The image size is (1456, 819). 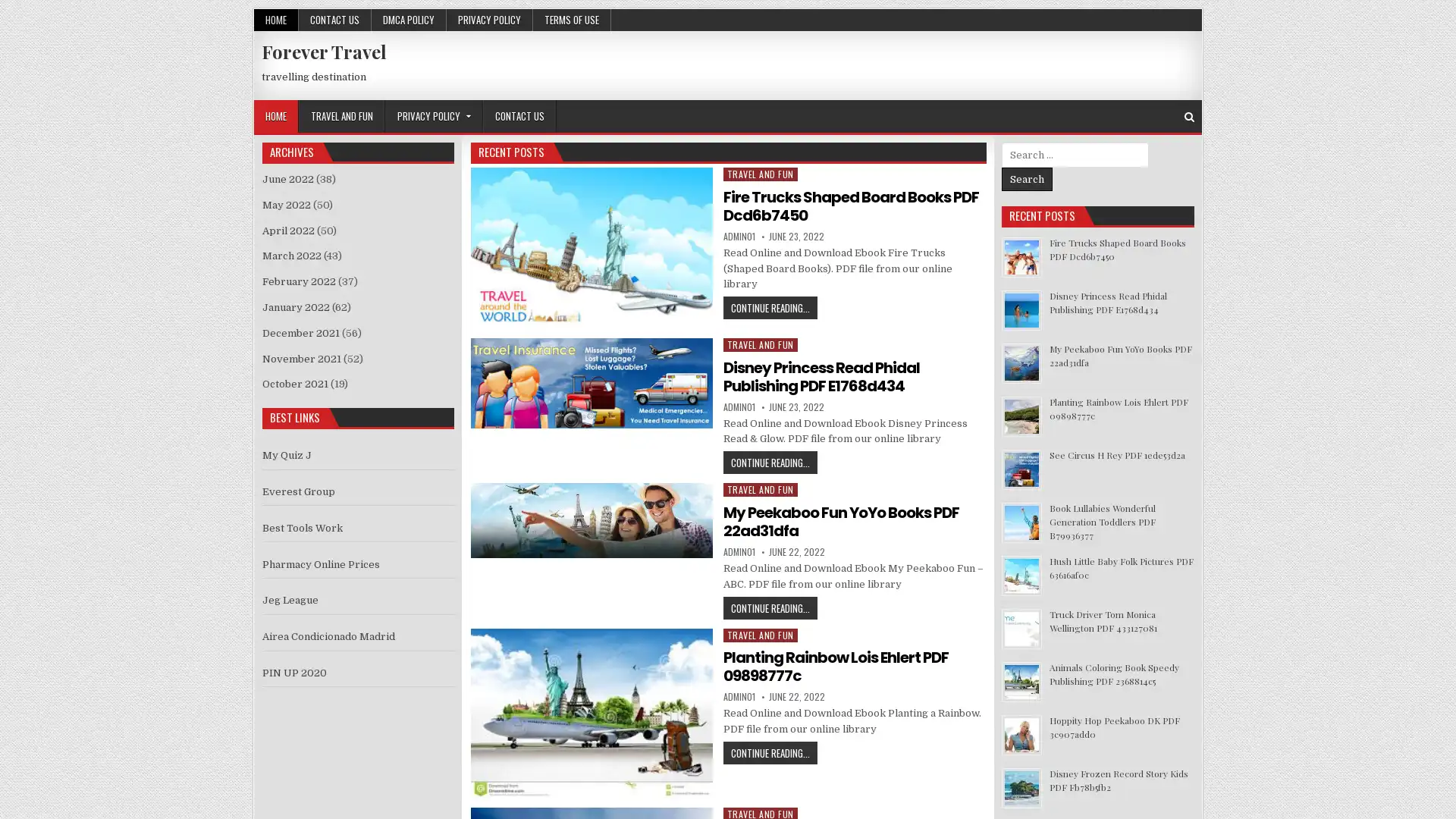 What do you see at coordinates (1027, 178) in the screenshot?
I see `Search` at bounding box center [1027, 178].